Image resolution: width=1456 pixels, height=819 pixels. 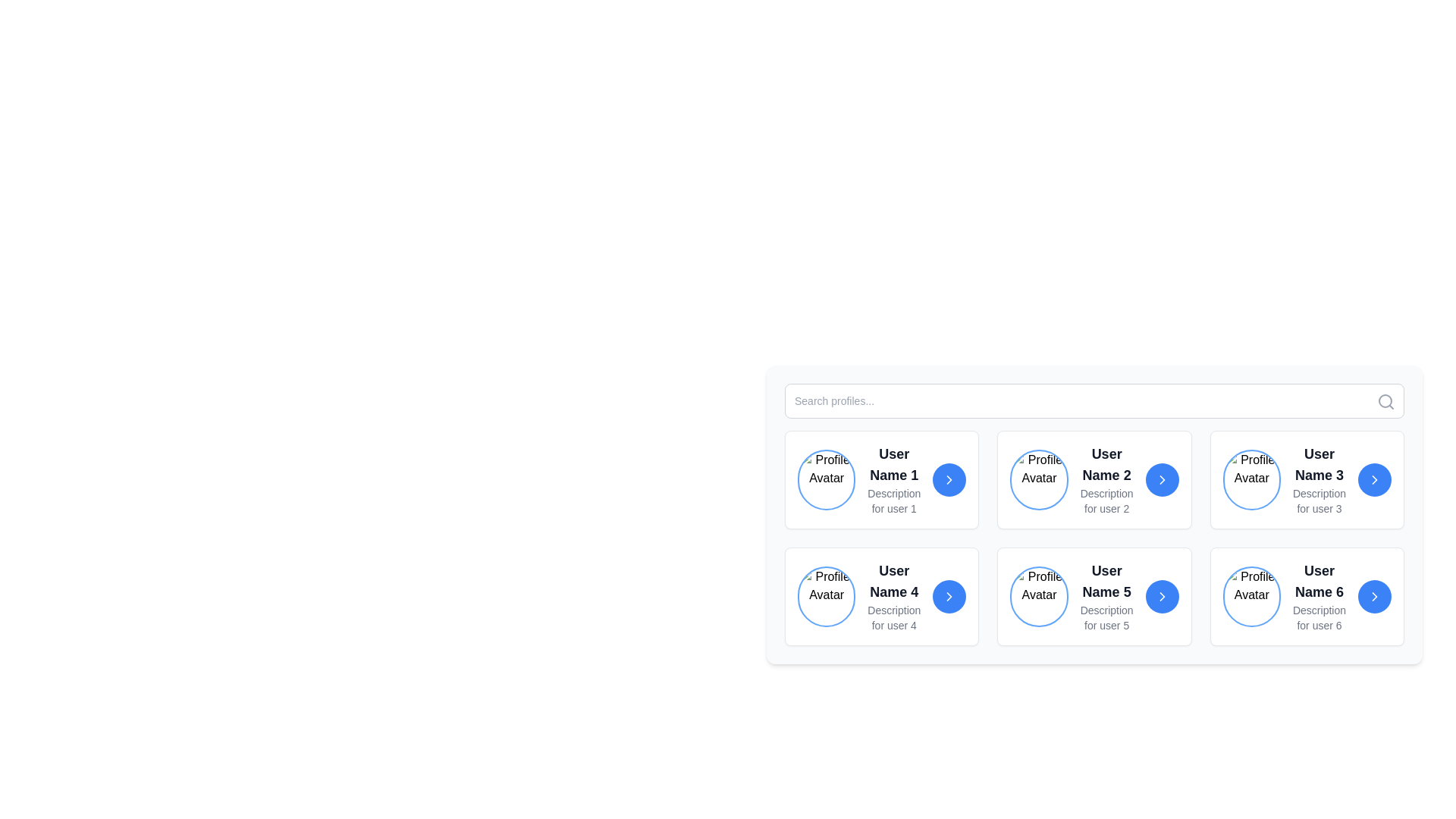 I want to click on the Text Display element that shows the name and description of a user profile, located to the right of the profile avatar image, so click(x=1318, y=479).